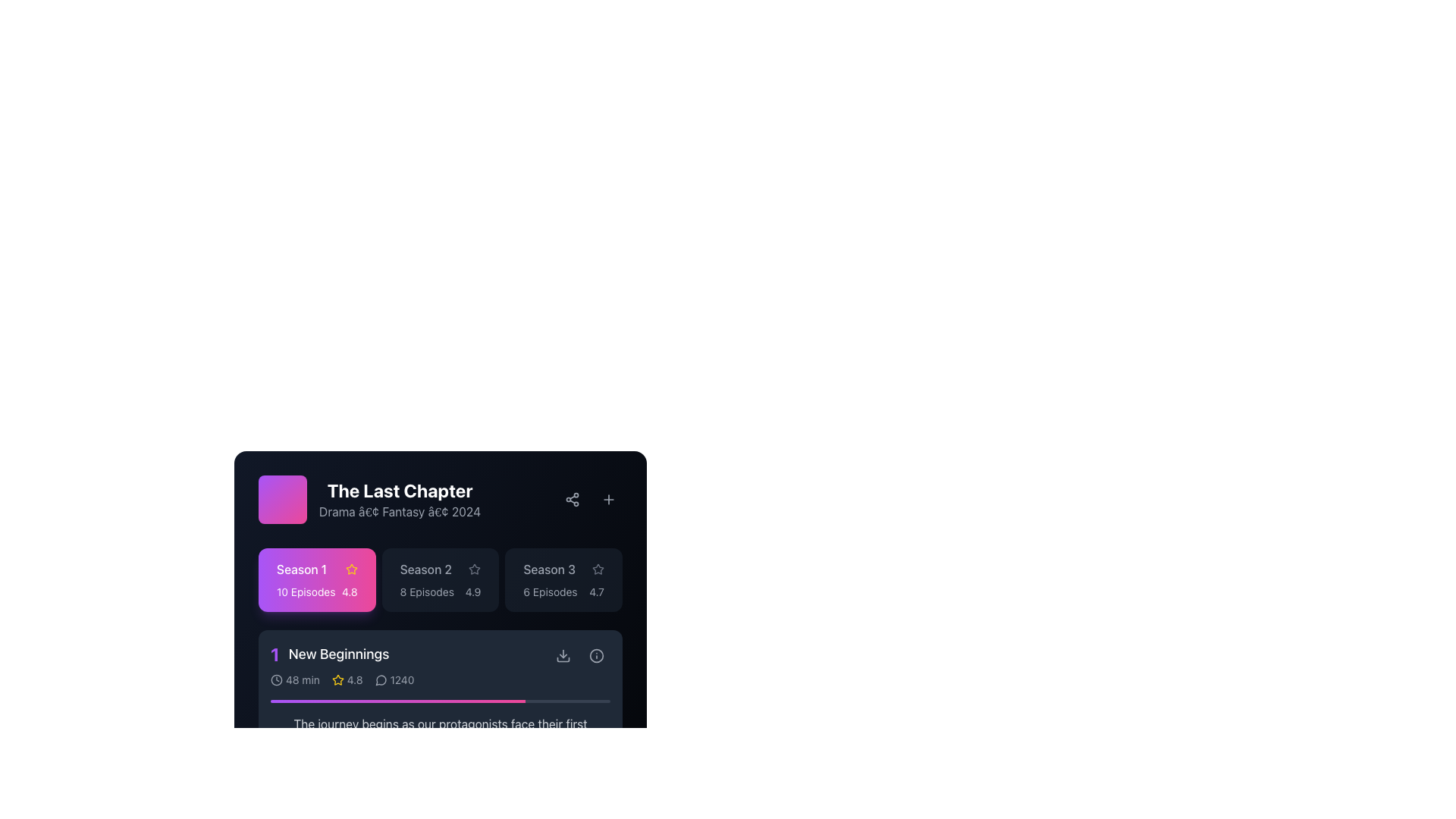  I want to click on the 'Season 2' button, which features a dark rectangular background and light gray text, to view options for Season 2, so click(439, 579).